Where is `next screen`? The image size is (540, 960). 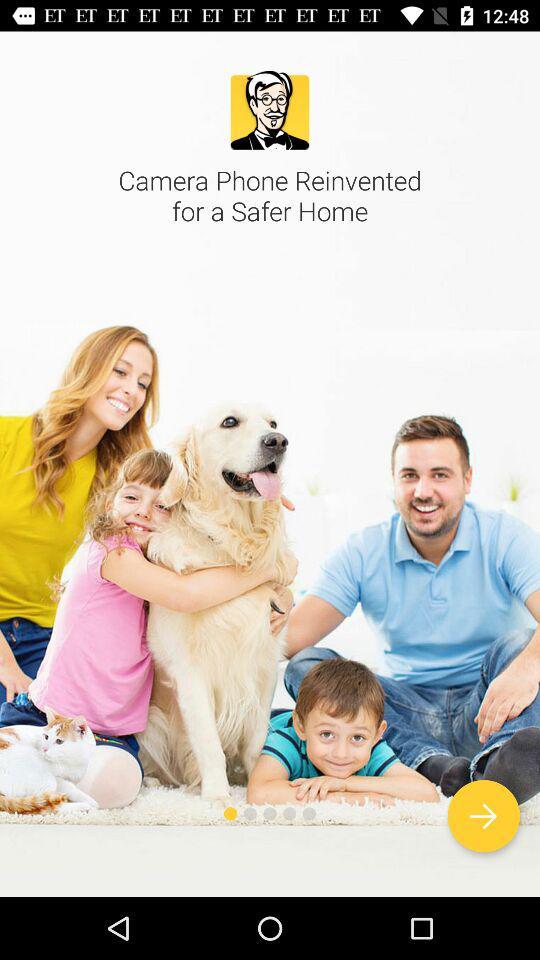
next screen is located at coordinates (482, 816).